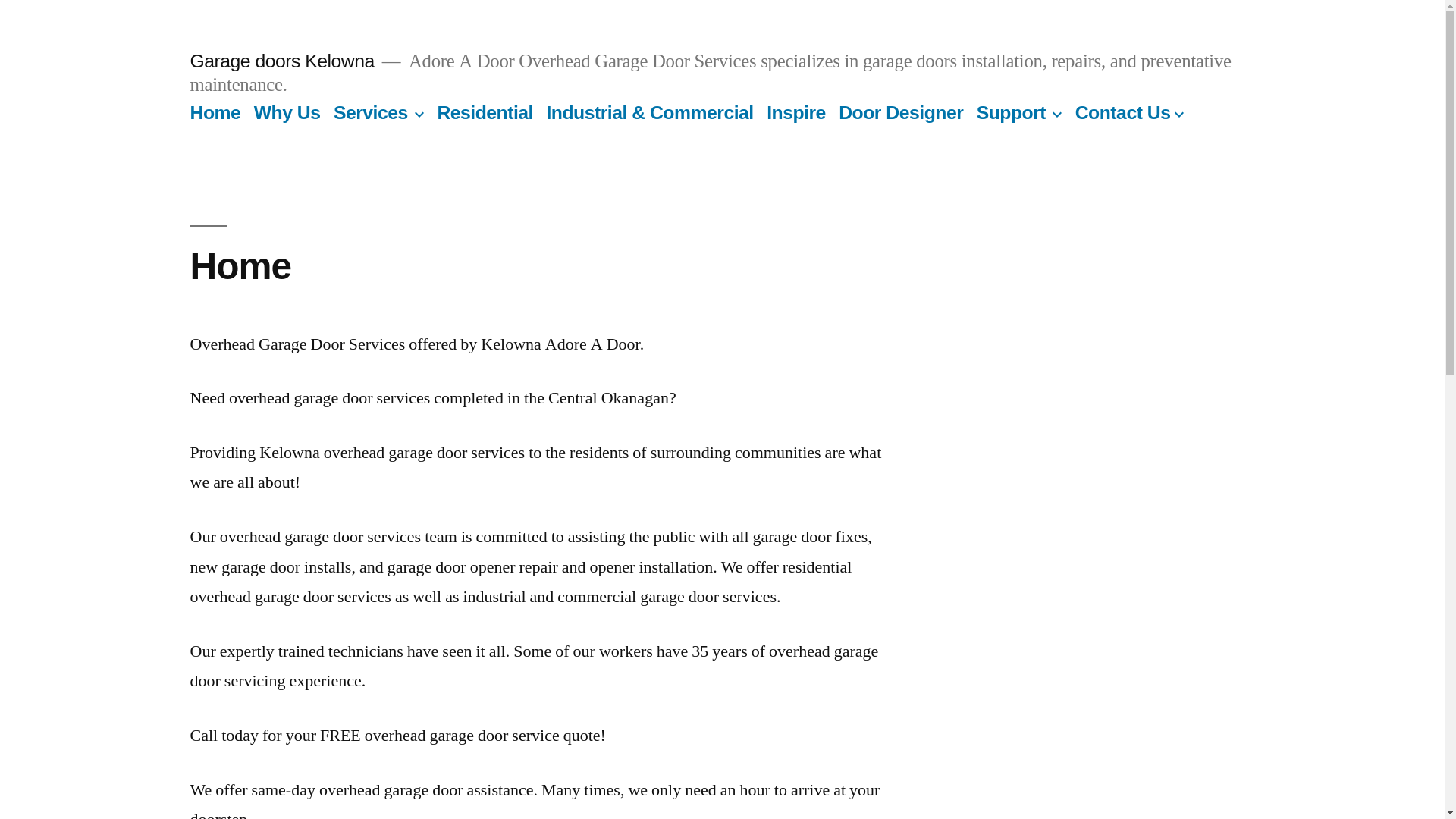  Describe the element at coordinates (484, 111) in the screenshot. I see `'Residential'` at that location.